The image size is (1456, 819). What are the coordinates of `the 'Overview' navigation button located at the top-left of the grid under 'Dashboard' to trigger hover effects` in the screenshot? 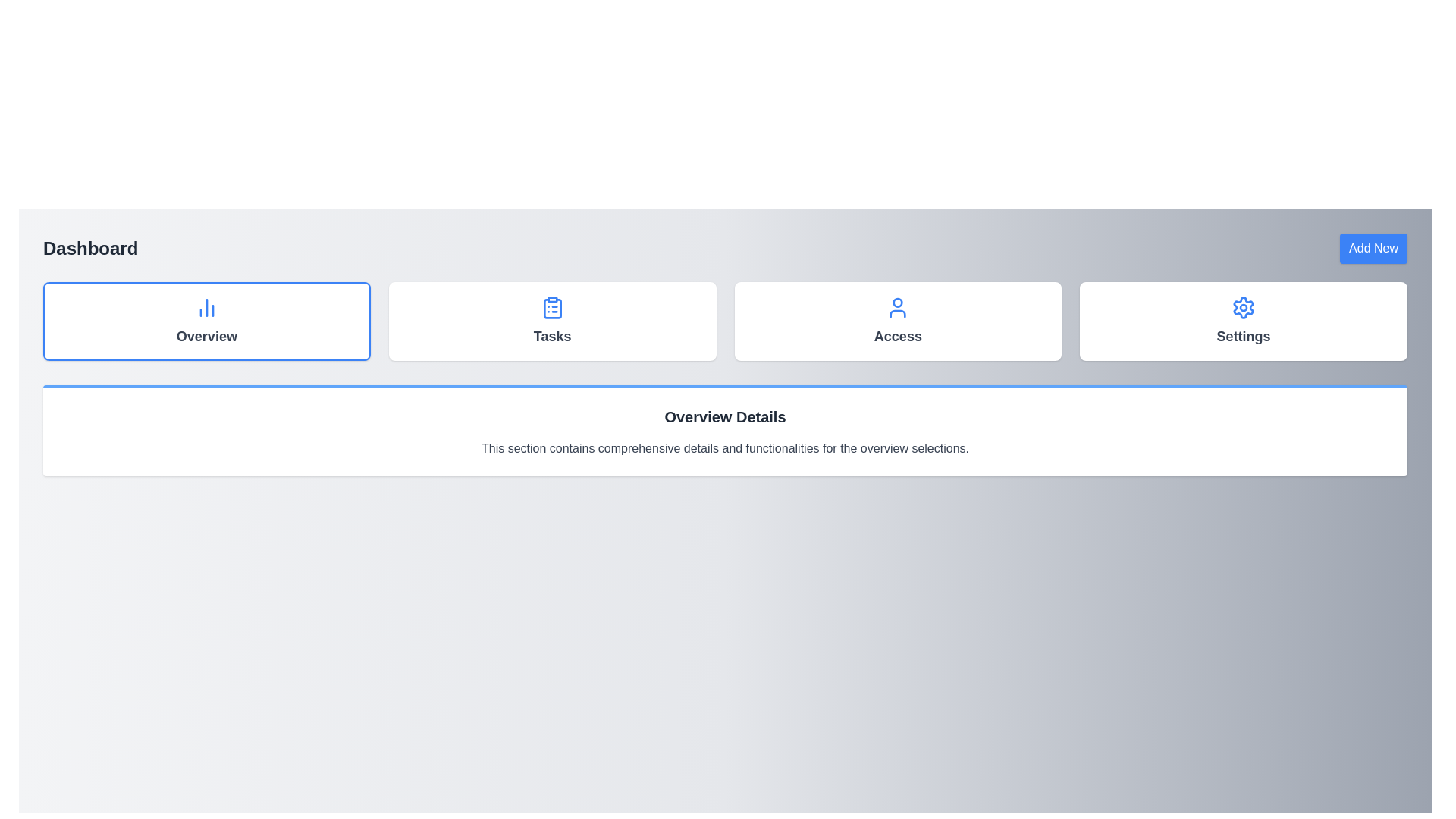 It's located at (206, 321).